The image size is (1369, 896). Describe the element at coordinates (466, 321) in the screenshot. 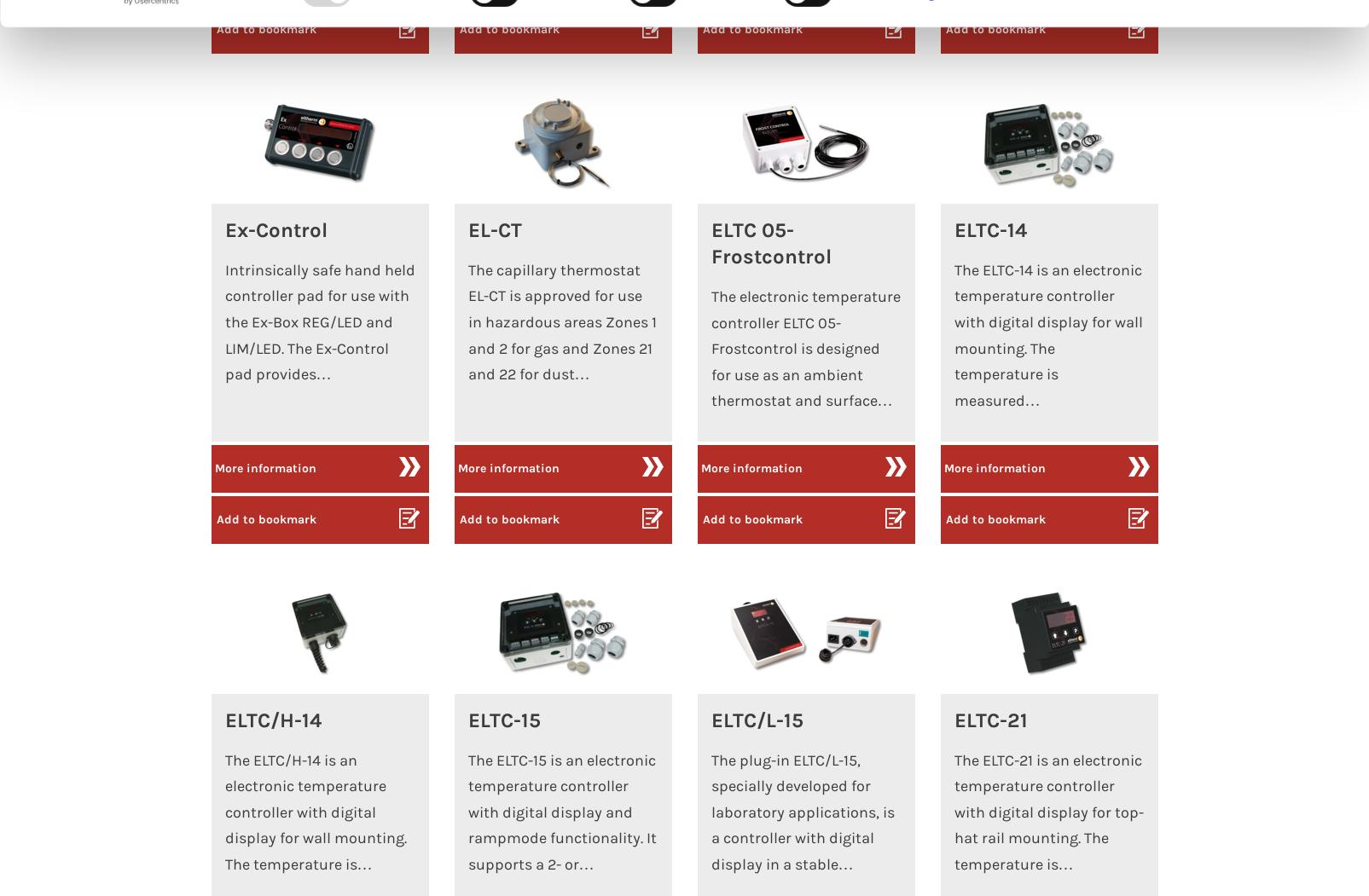

I see `'The capillary thermostat EL-CT is approved for use in hazardous areas Zones 1 and 2 for gas and Zones 21 and 22 for dust…'` at that location.